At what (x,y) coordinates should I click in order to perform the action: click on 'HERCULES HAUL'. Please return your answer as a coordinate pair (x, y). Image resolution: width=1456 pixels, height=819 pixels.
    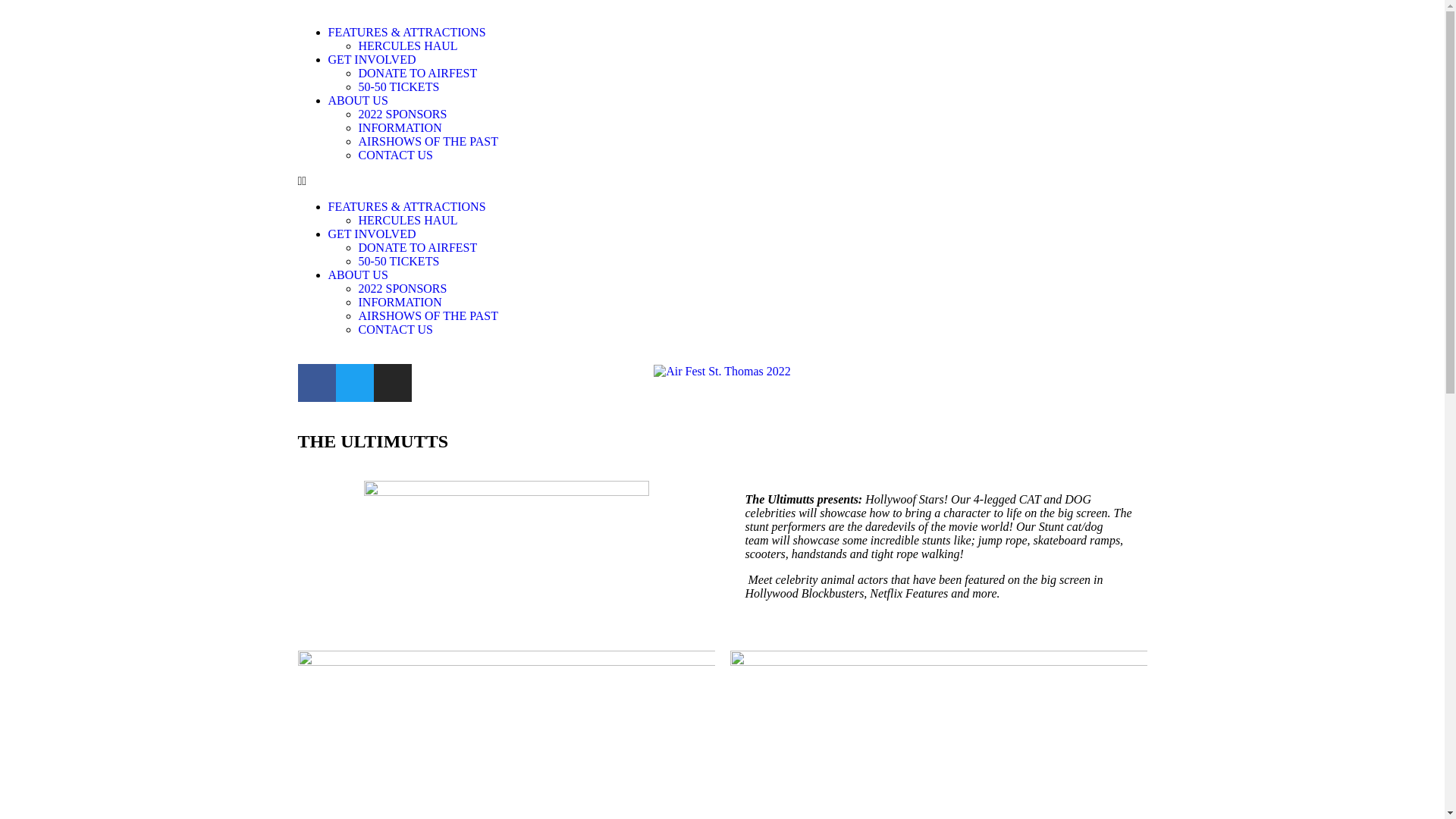
    Looking at the image, I should click on (407, 45).